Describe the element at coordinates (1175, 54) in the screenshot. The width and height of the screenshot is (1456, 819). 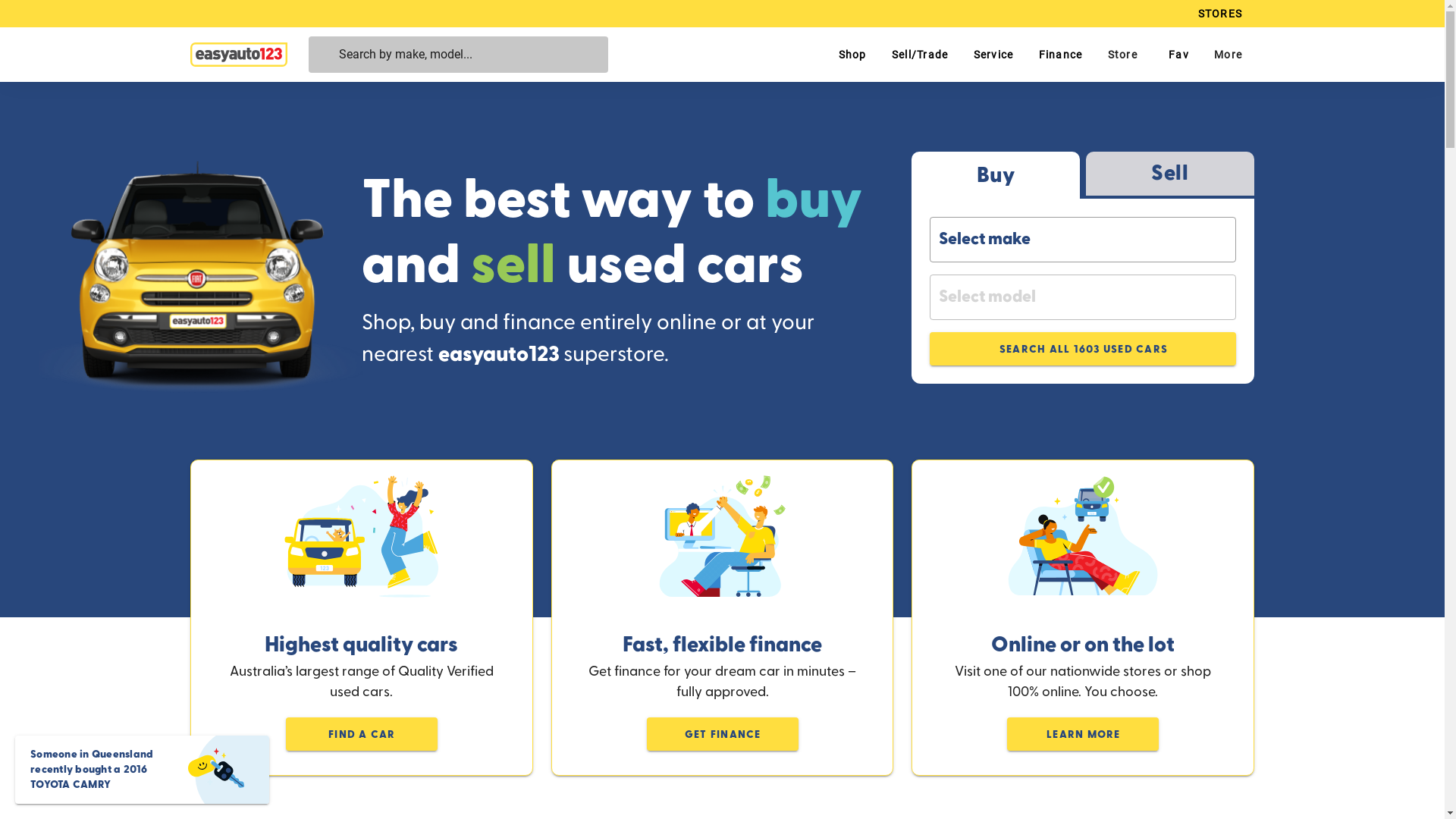
I see `'Fav'` at that location.